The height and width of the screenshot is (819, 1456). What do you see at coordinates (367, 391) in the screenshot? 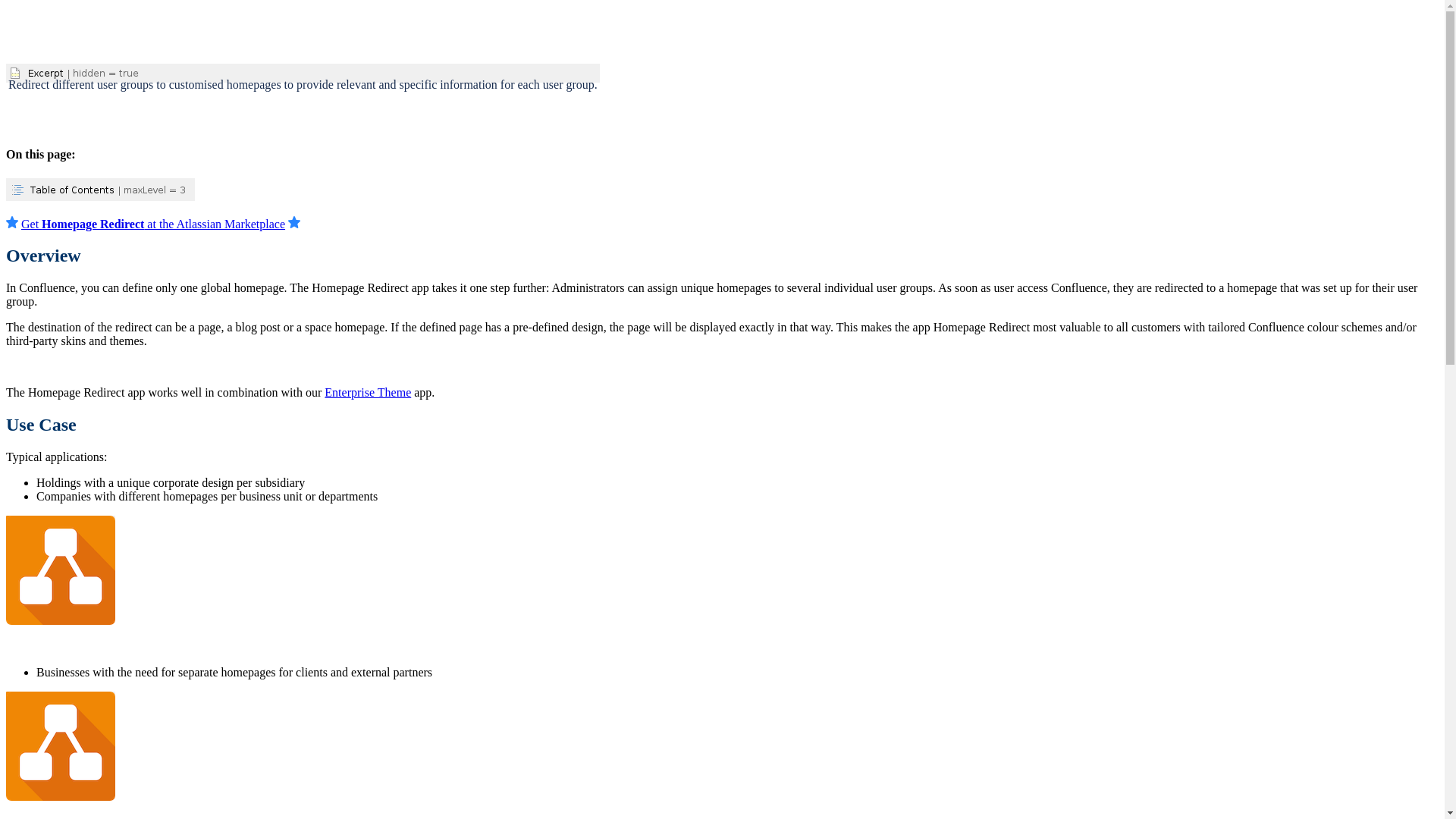
I see `'Enterprise Theme'` at bounding box center [367, 391].